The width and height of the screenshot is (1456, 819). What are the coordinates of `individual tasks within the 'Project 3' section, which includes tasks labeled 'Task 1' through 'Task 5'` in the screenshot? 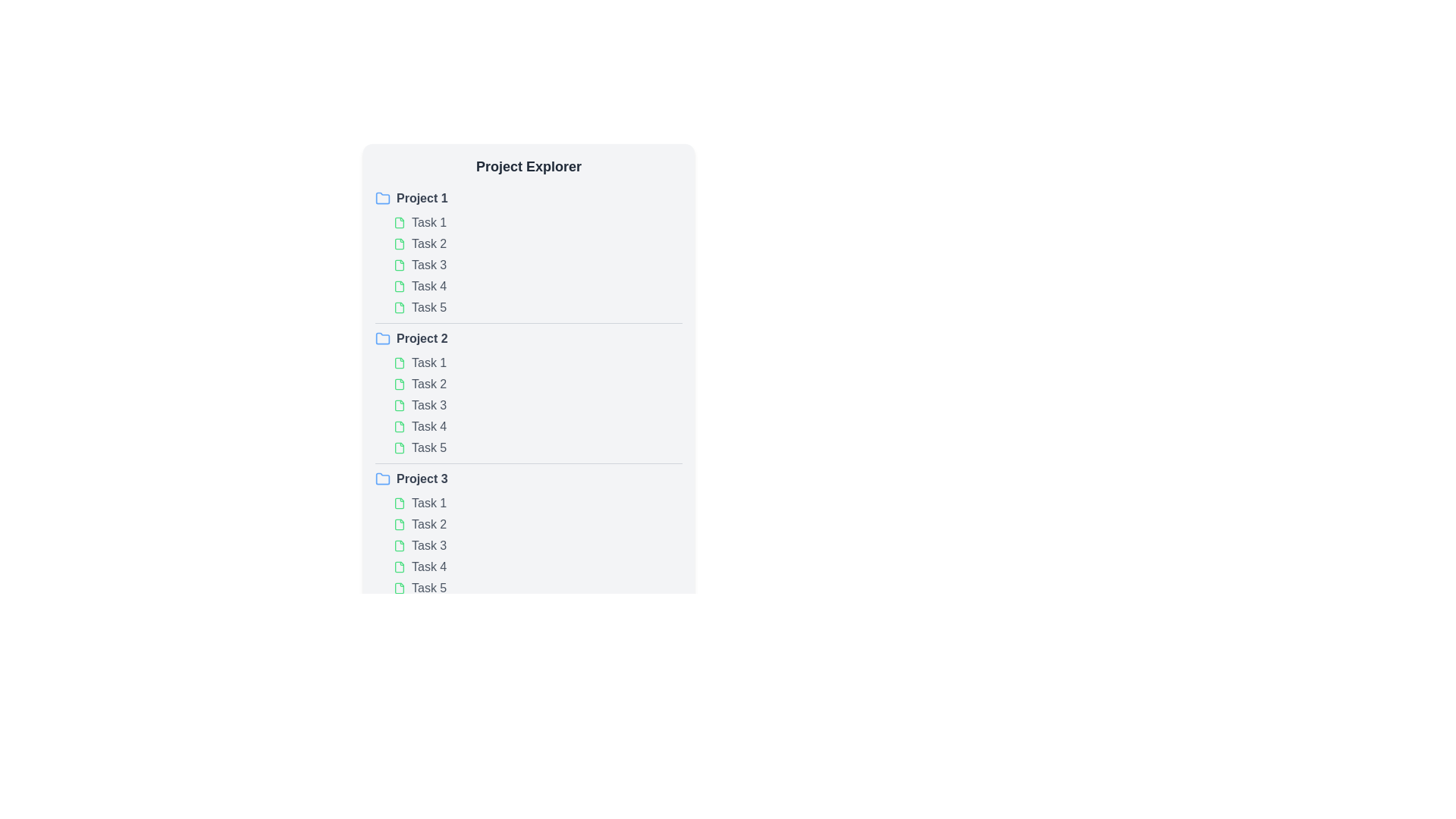 It's located at (529, 536).